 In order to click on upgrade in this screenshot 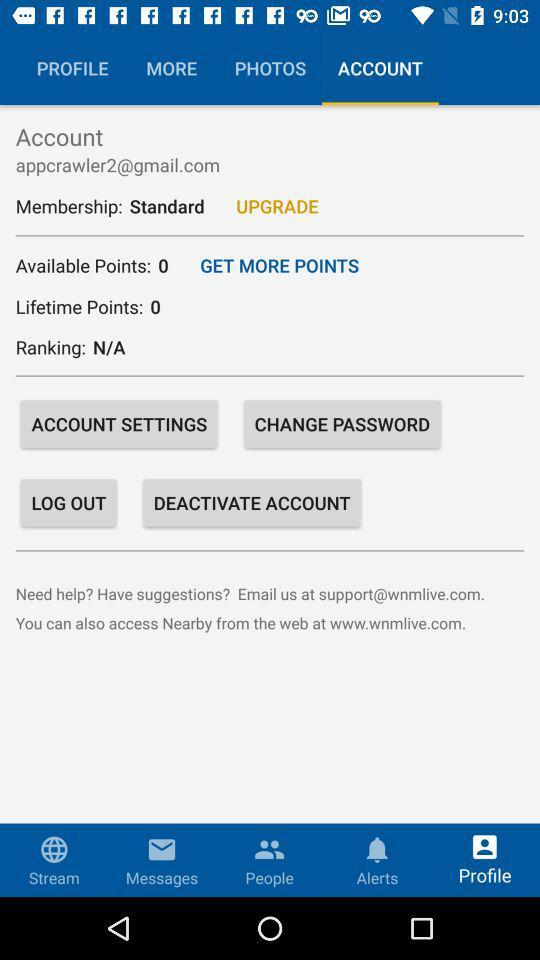, I will do `click(276, 206)`.